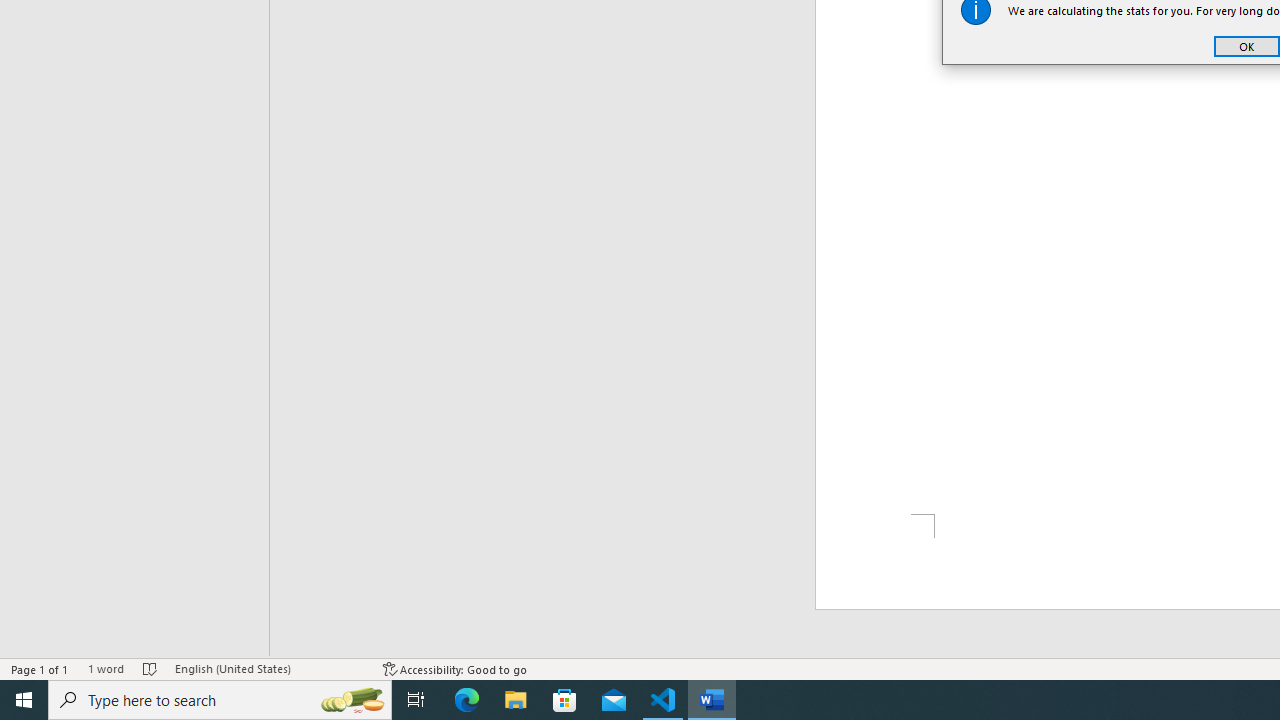 The width and height of the screenshot is (1280, 720). I want to click on 'Microsoft Edge', so click(466, 698).